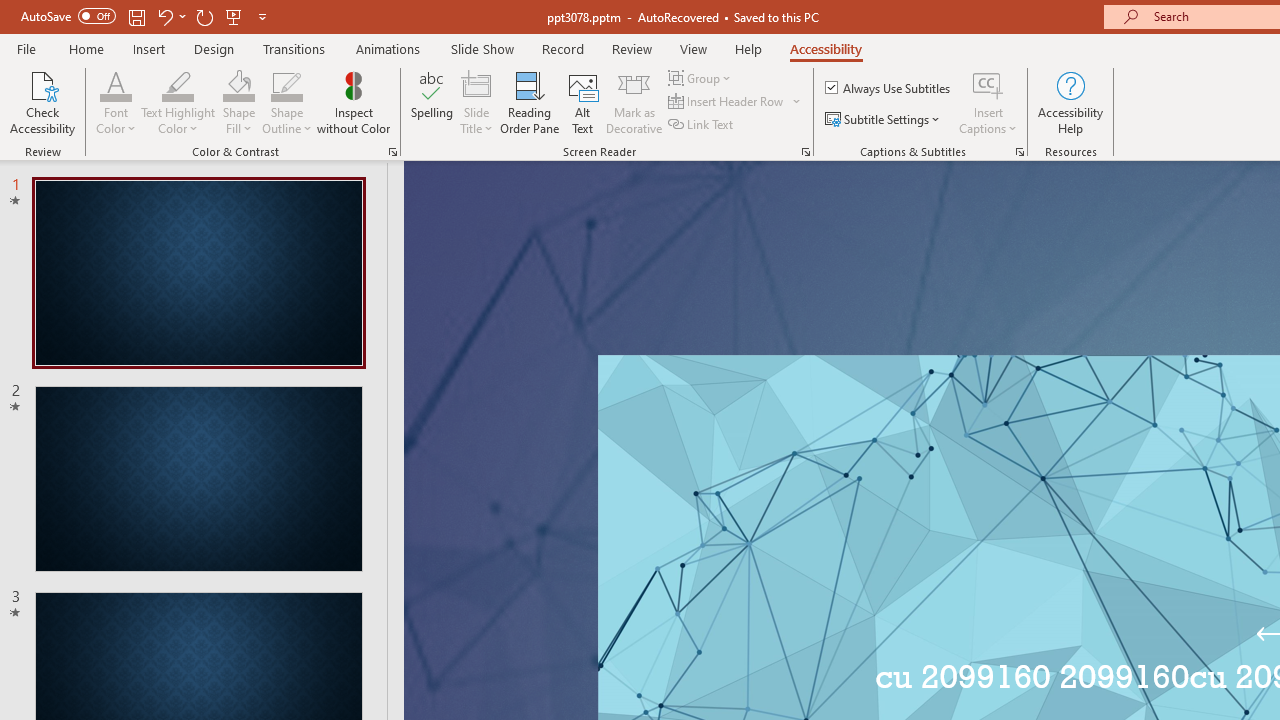 The width and height of the screenshot is (1280, 720). Describe the element at coordinates (805, 150) in the screenshot. I see `'Screen Reader'` at that location.